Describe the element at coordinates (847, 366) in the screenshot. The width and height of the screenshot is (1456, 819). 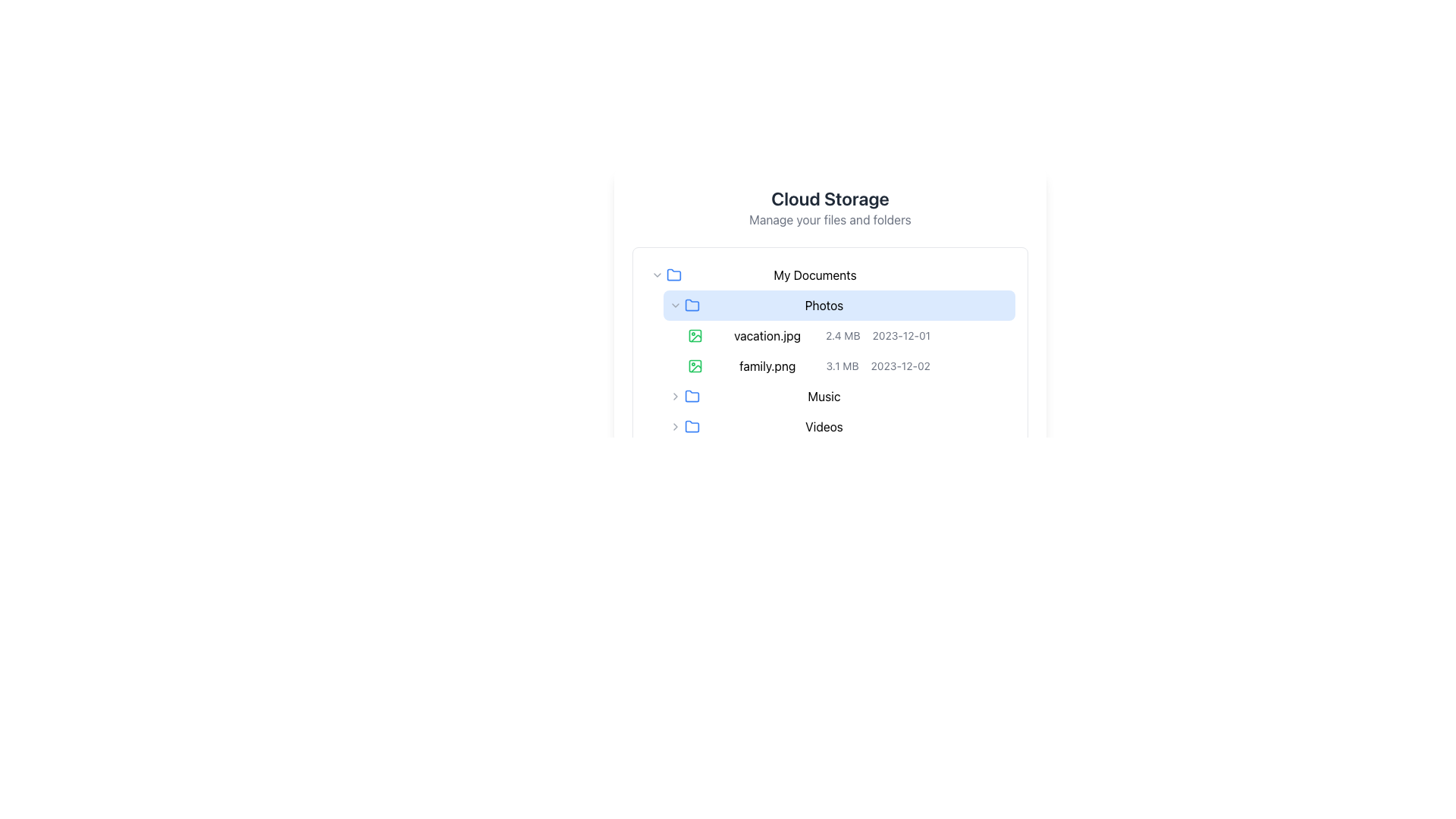
I see `the file row item for 'family.png' in the cloud storage interface` at that location.